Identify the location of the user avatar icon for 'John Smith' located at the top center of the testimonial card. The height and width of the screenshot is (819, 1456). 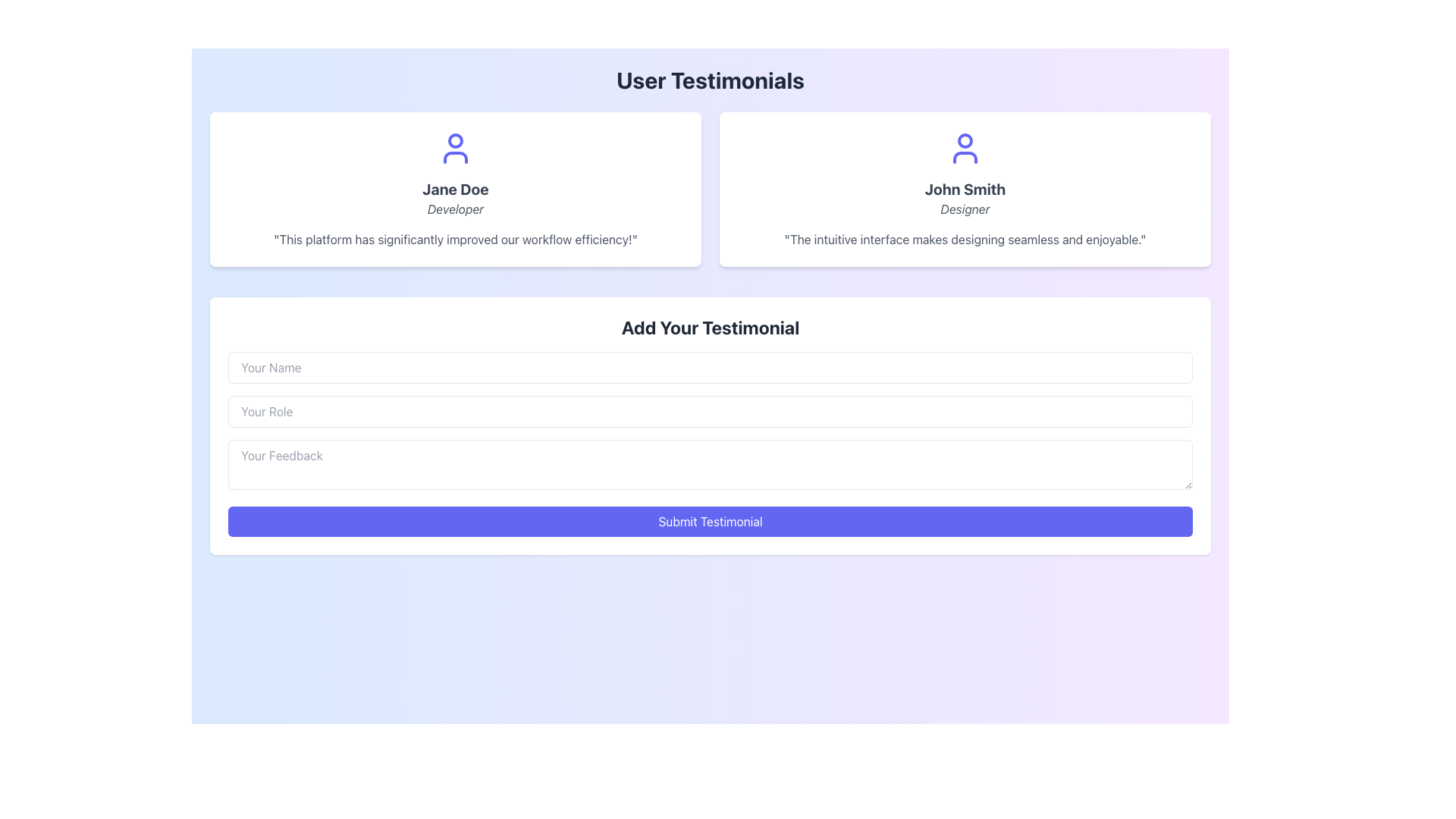
(964, 149).